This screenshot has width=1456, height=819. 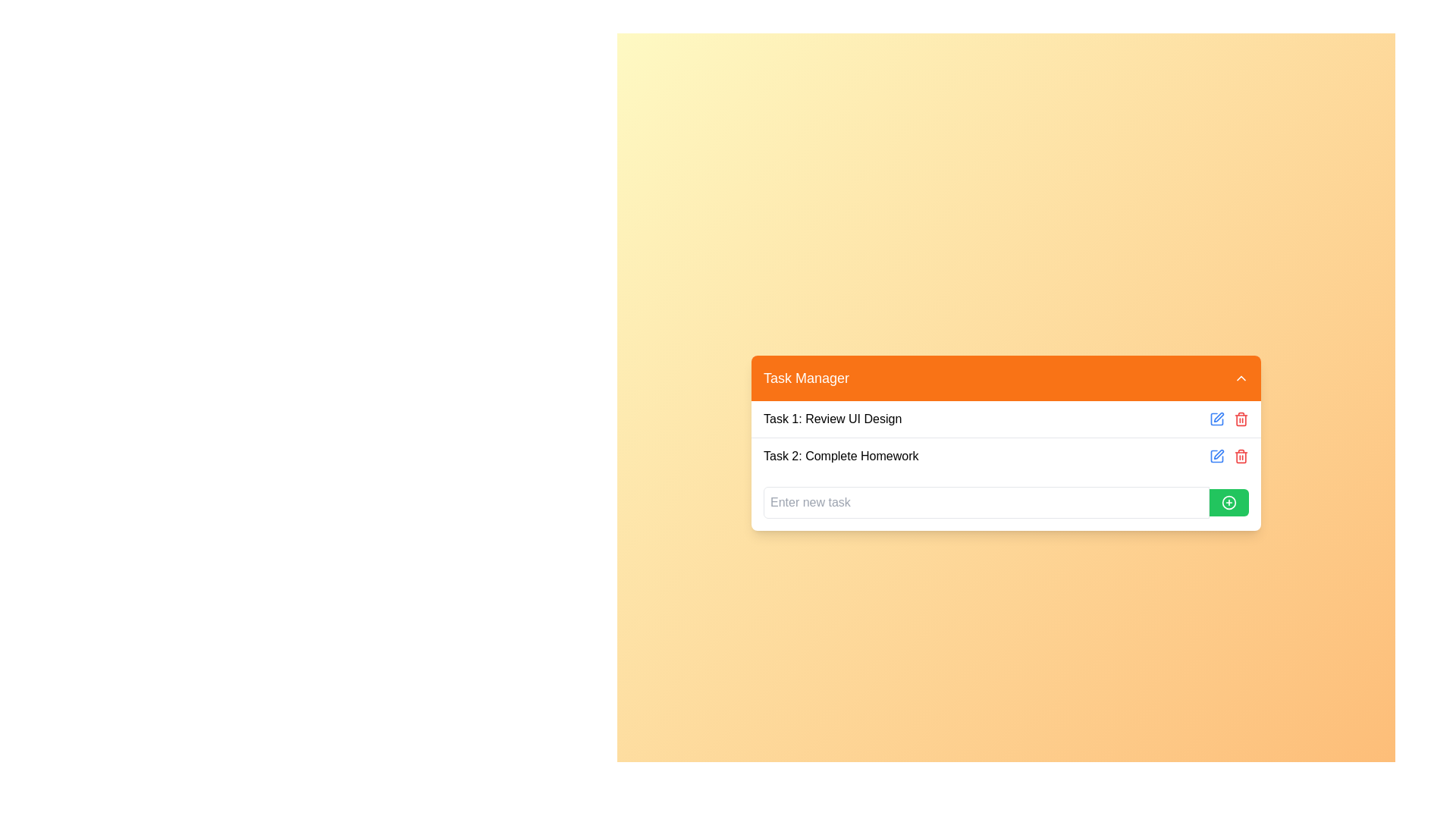 I want to click on the icon button located on the far right side of the orange header bar labeled 'Task Manager', so click(x=1241, y=377).